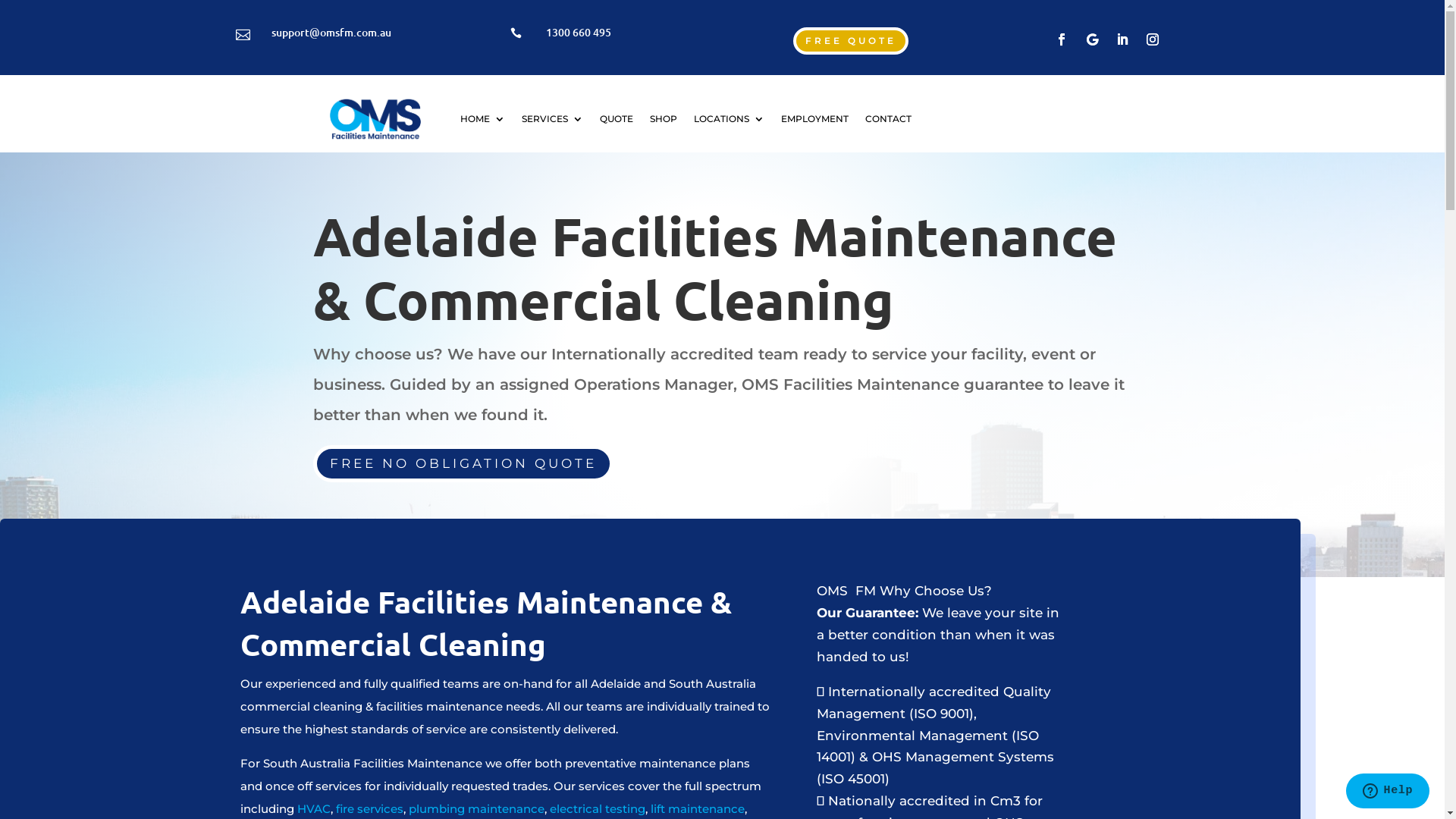 The image size is (1456, 819). Describe the element at coordinates (1387, 792) in the screenshot. I see `'Opens a widget where you can chat to one of our agents'` at that location.